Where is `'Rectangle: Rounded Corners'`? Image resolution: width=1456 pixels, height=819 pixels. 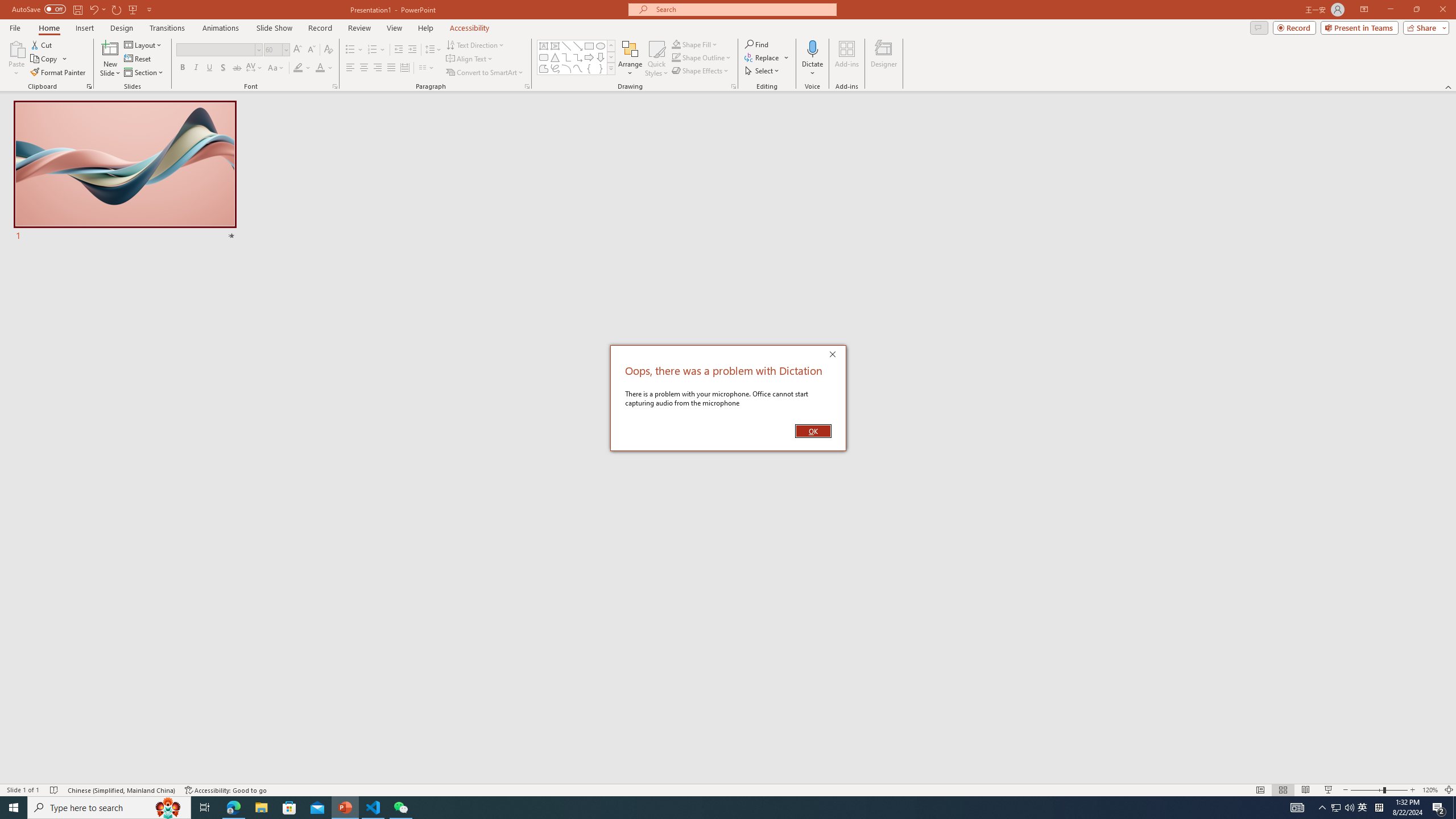
'Rectangle: Rounded Corners' is located at coordinates (543, 56).